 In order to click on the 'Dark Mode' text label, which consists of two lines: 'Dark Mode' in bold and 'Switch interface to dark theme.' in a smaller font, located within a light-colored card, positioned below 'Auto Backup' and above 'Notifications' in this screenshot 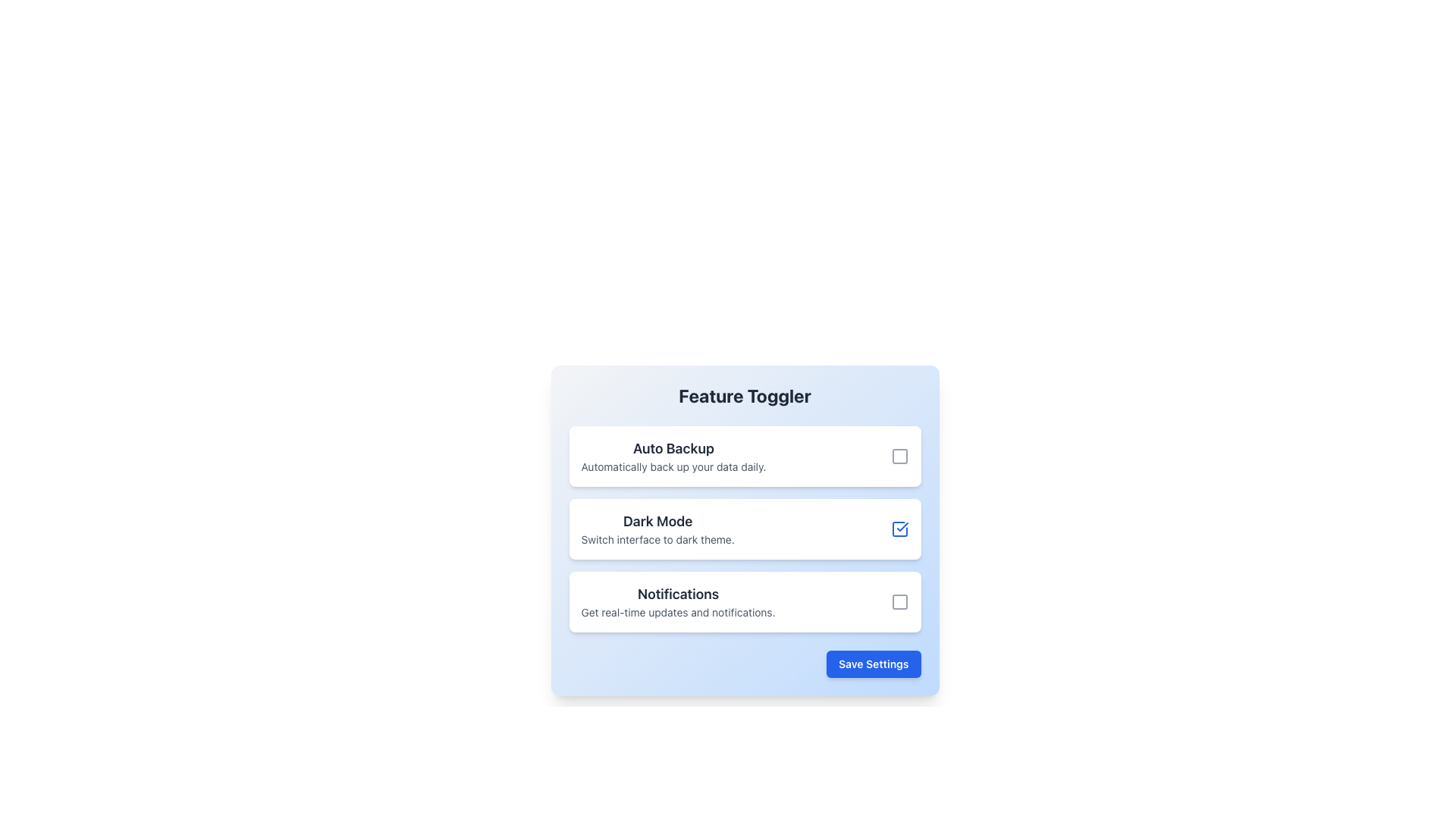, I will do `click(657, 529)`.